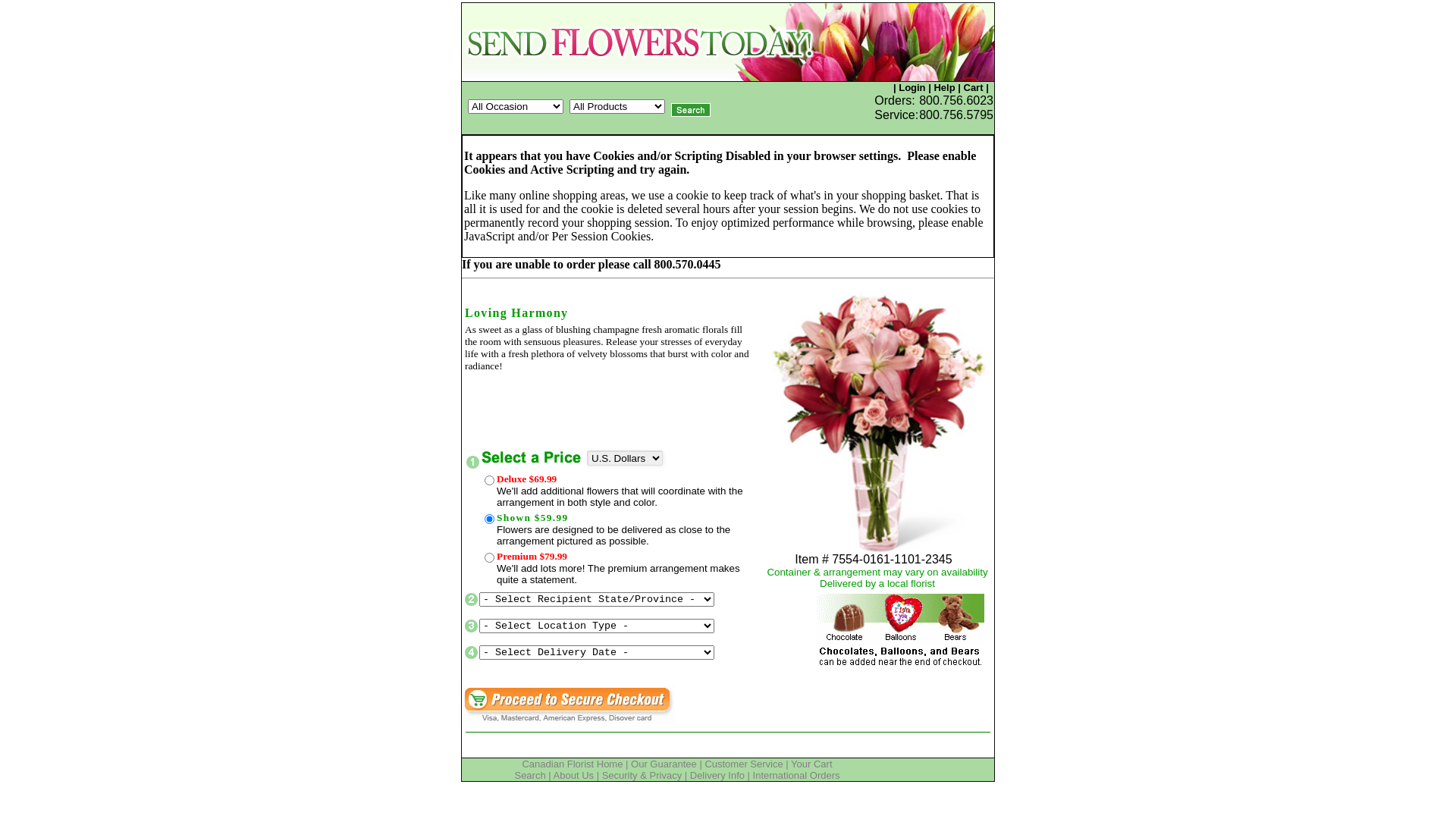  What do you see at coordinates (489, 480) in the screenshot?
I see `'102-7555-0-R'` at bounding box center [489, 480].